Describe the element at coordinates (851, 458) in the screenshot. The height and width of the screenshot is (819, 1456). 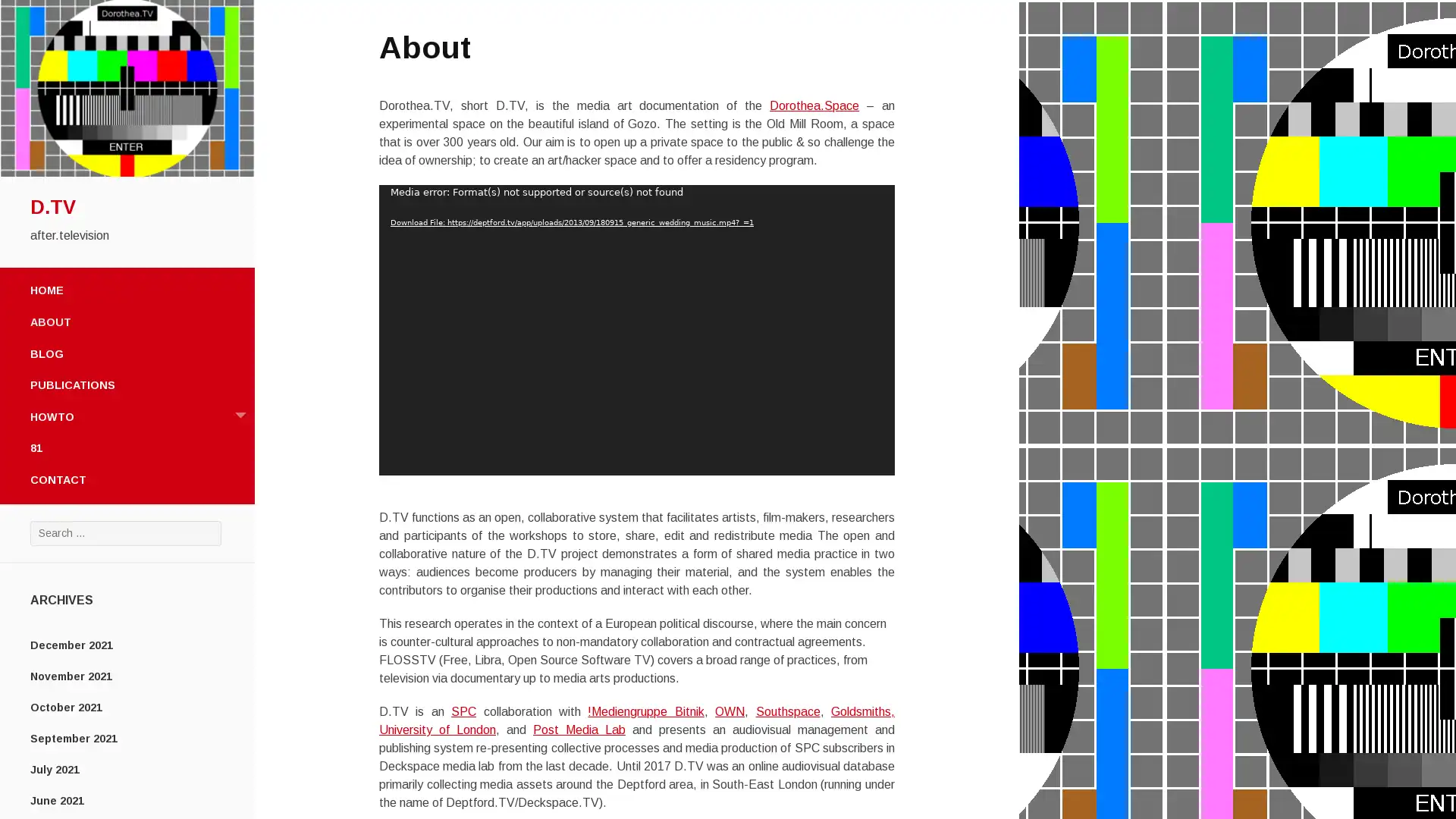
I see `Mute` at that location.